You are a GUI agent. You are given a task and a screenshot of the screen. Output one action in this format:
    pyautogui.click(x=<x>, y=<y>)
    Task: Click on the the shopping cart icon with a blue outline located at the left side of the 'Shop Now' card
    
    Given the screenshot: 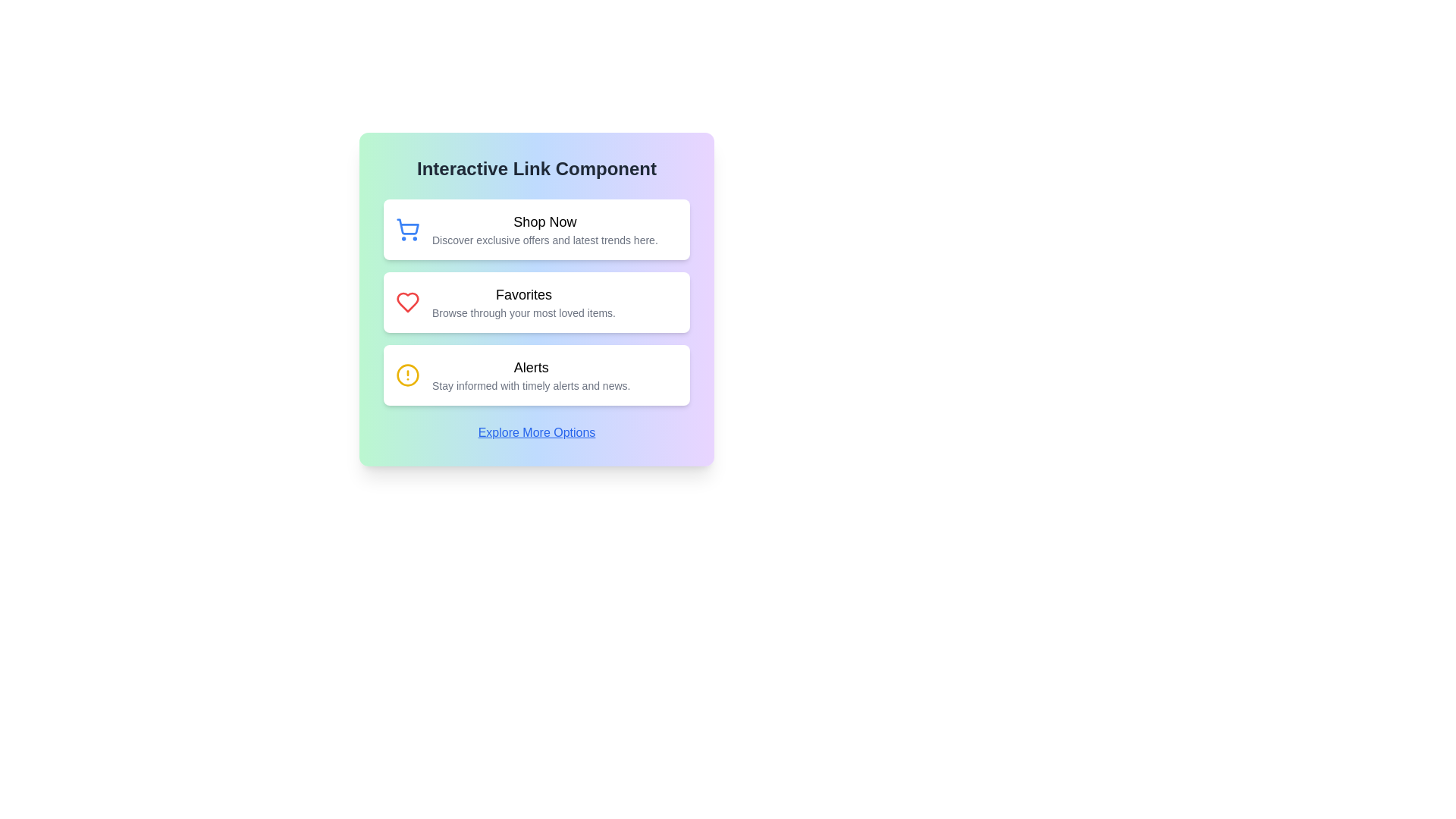 What is the action you would take?
    pyautogui.click(x=407, y=230)
    